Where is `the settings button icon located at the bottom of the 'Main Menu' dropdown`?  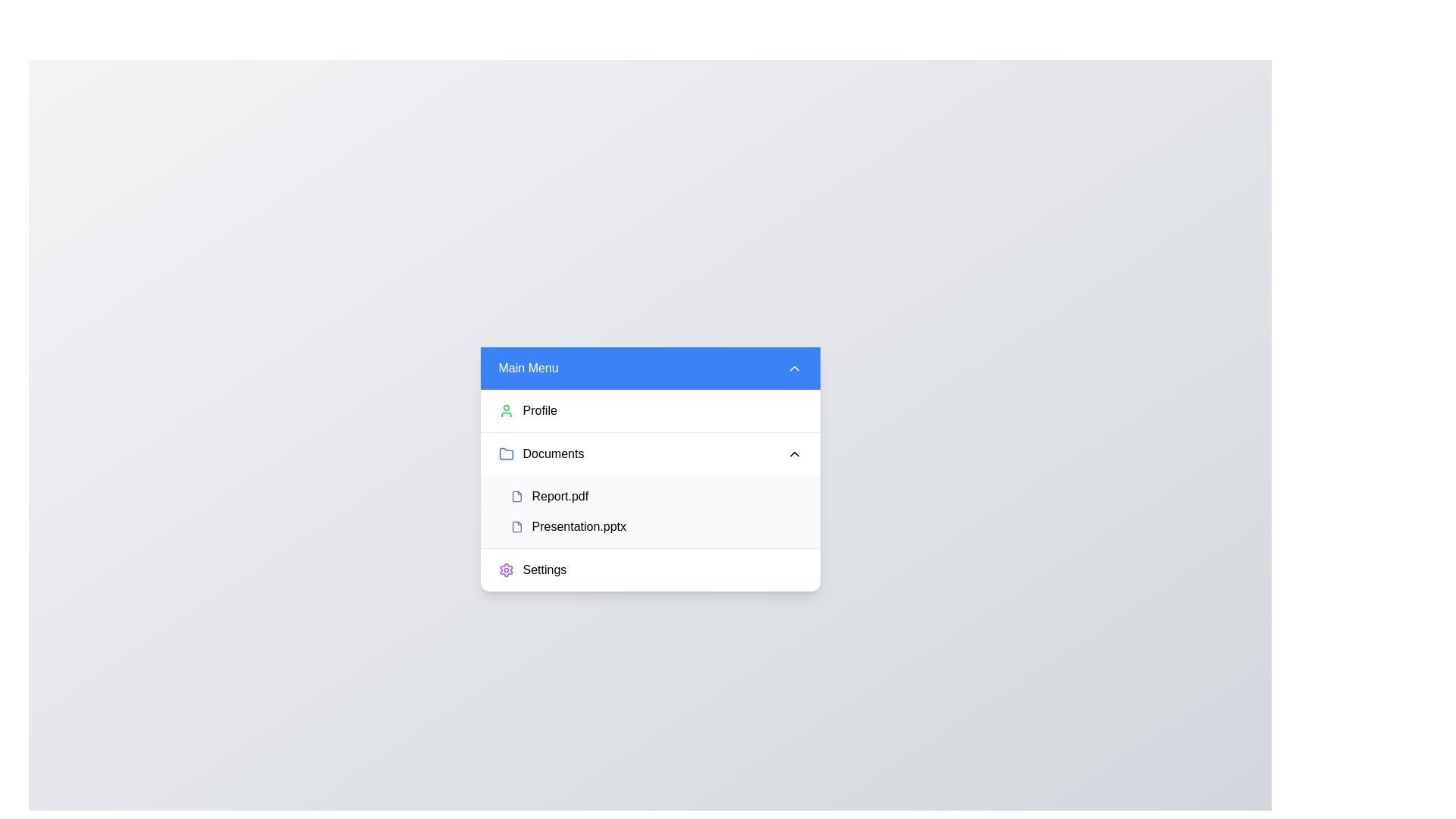 the settings button icon located at the bottom of the 'Main Menu' dropdown is located at coordinates (506, 570).